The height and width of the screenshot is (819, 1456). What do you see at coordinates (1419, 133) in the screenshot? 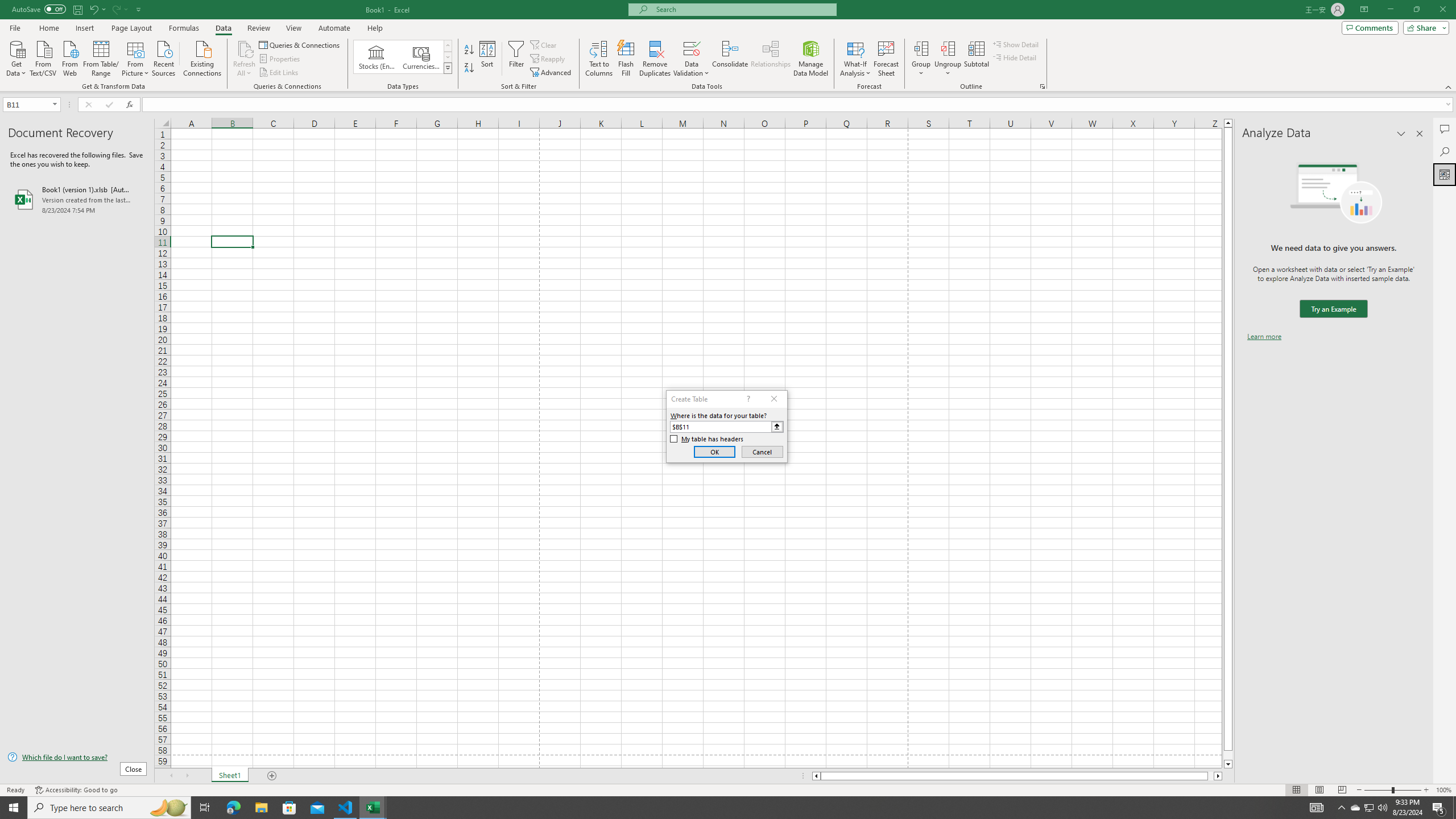
I see `'Close pane'` at bounding box center [1419, 133].